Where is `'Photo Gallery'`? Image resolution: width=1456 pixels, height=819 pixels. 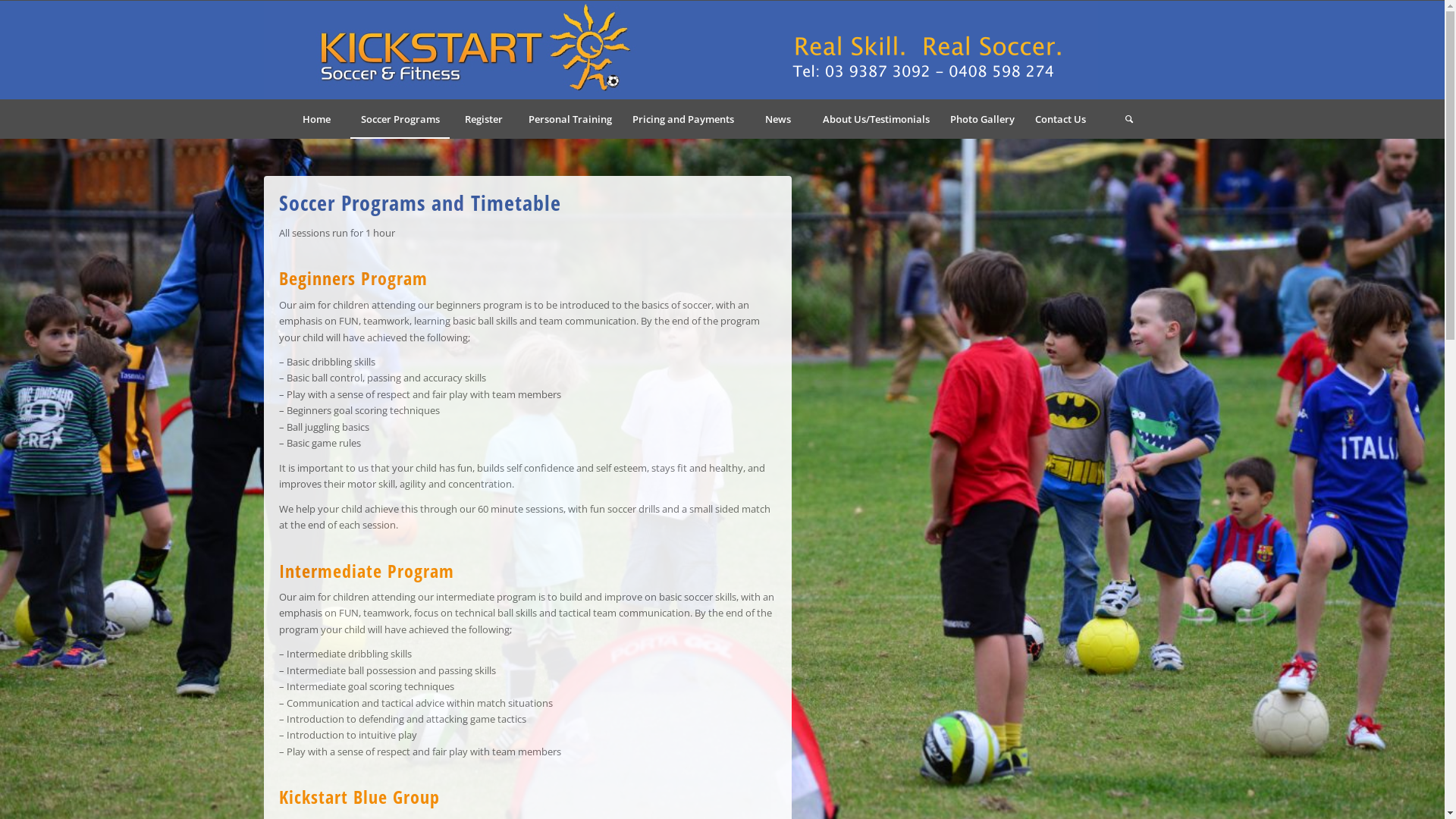
'Photo Gallery' is located at coordinates (981, 118).